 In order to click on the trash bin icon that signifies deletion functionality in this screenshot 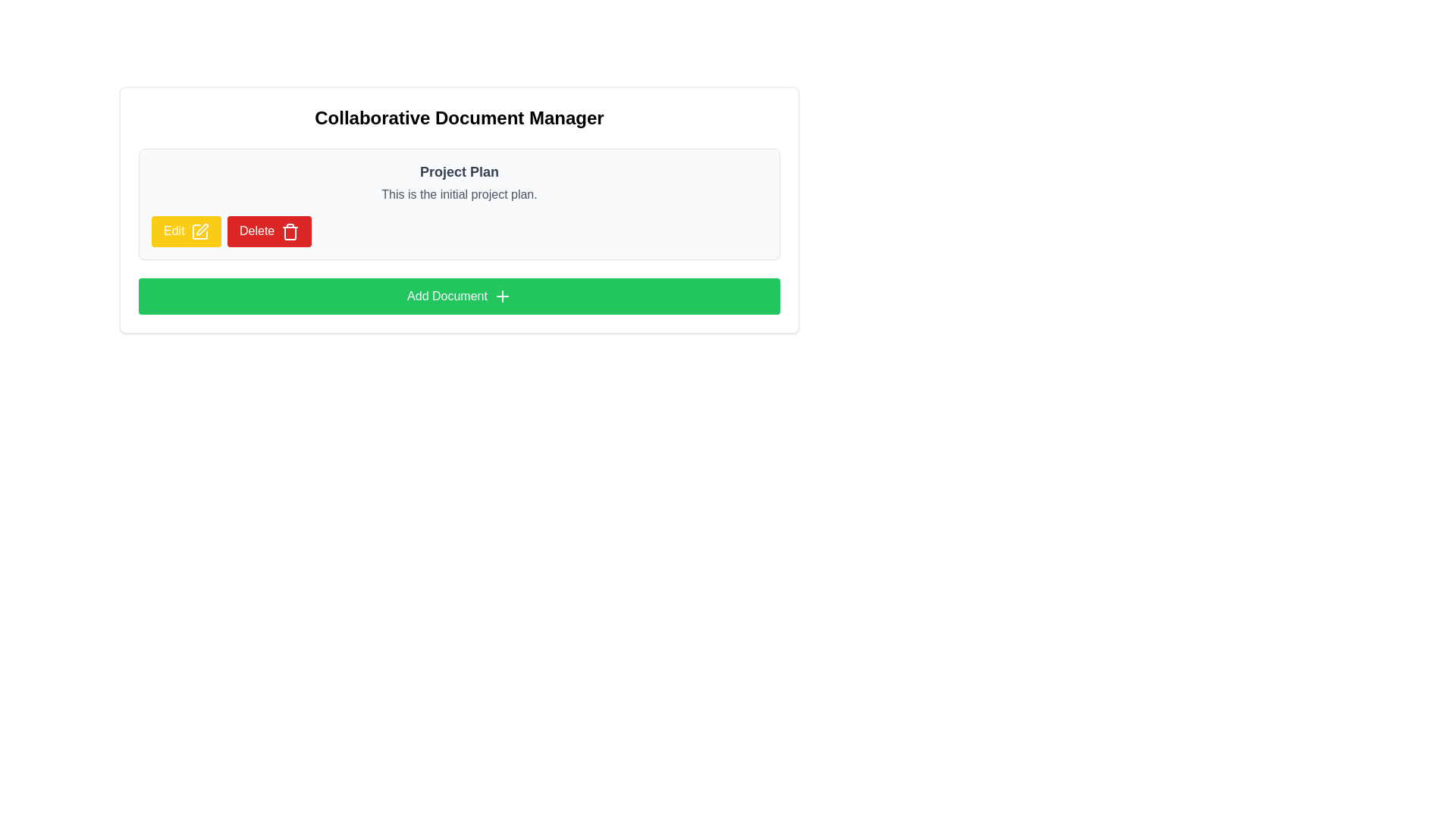, I will do `click(290, 231)`.